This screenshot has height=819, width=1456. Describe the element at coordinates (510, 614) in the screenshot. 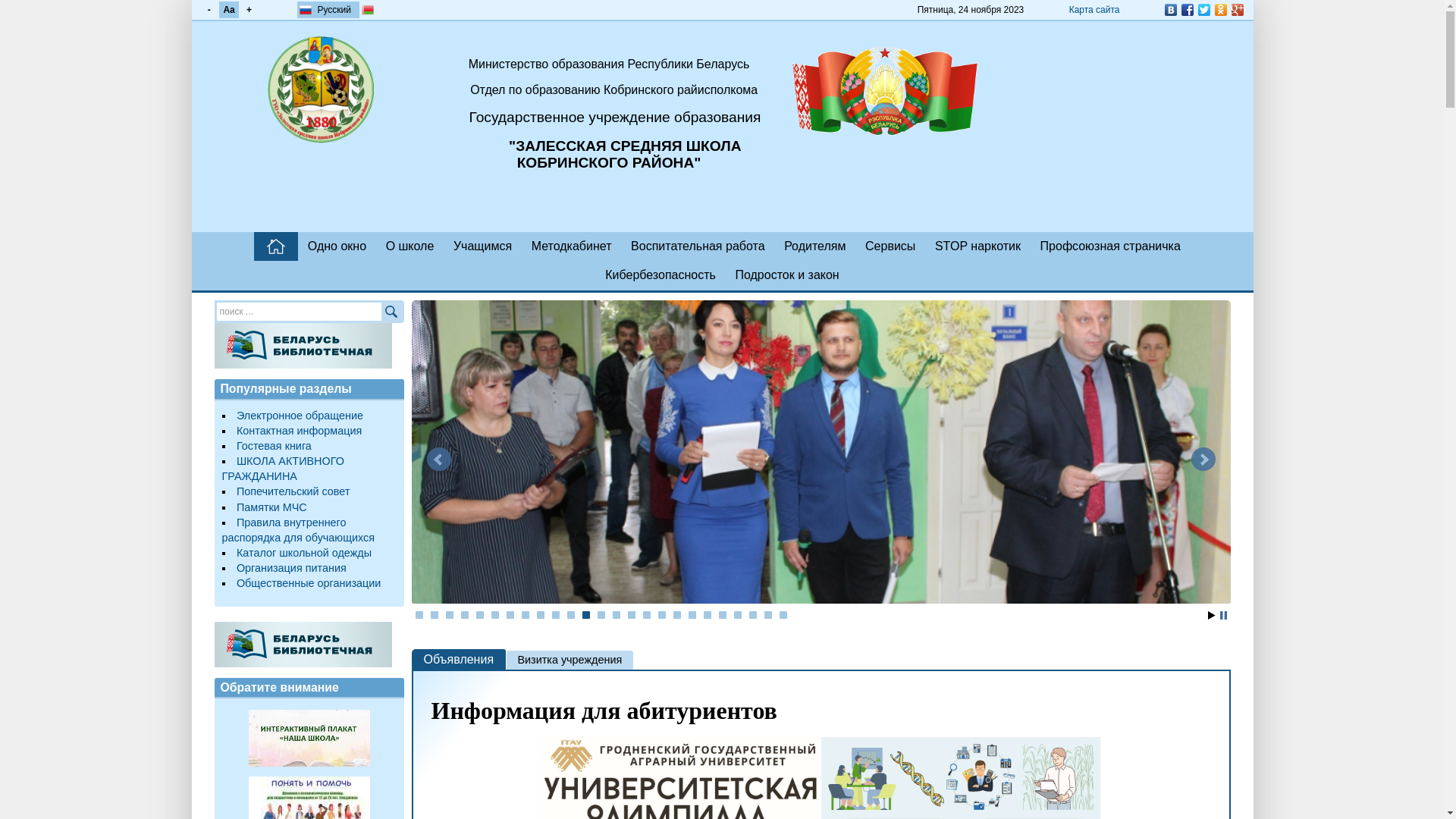

I see `'7'` at that location.